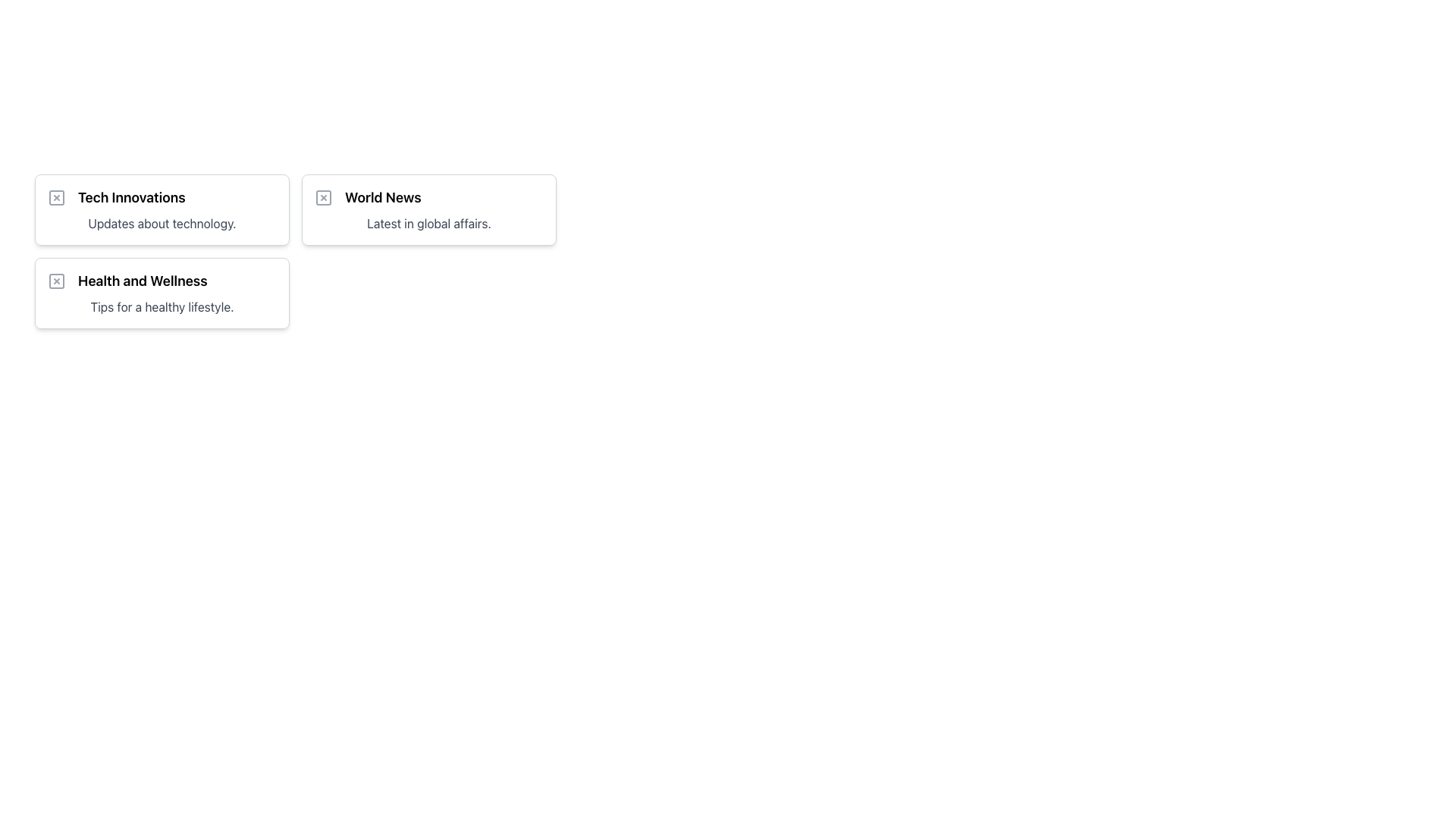 The height and width of the screenshot is (819, 1456). Describe the element at coordinates (57, 197) in the screenshot. I see `the graphical square component that is part of the 'close' or 'dismiss' icon on the 'Tech Innovations' card located at the top-left corner of the layout` at that location.